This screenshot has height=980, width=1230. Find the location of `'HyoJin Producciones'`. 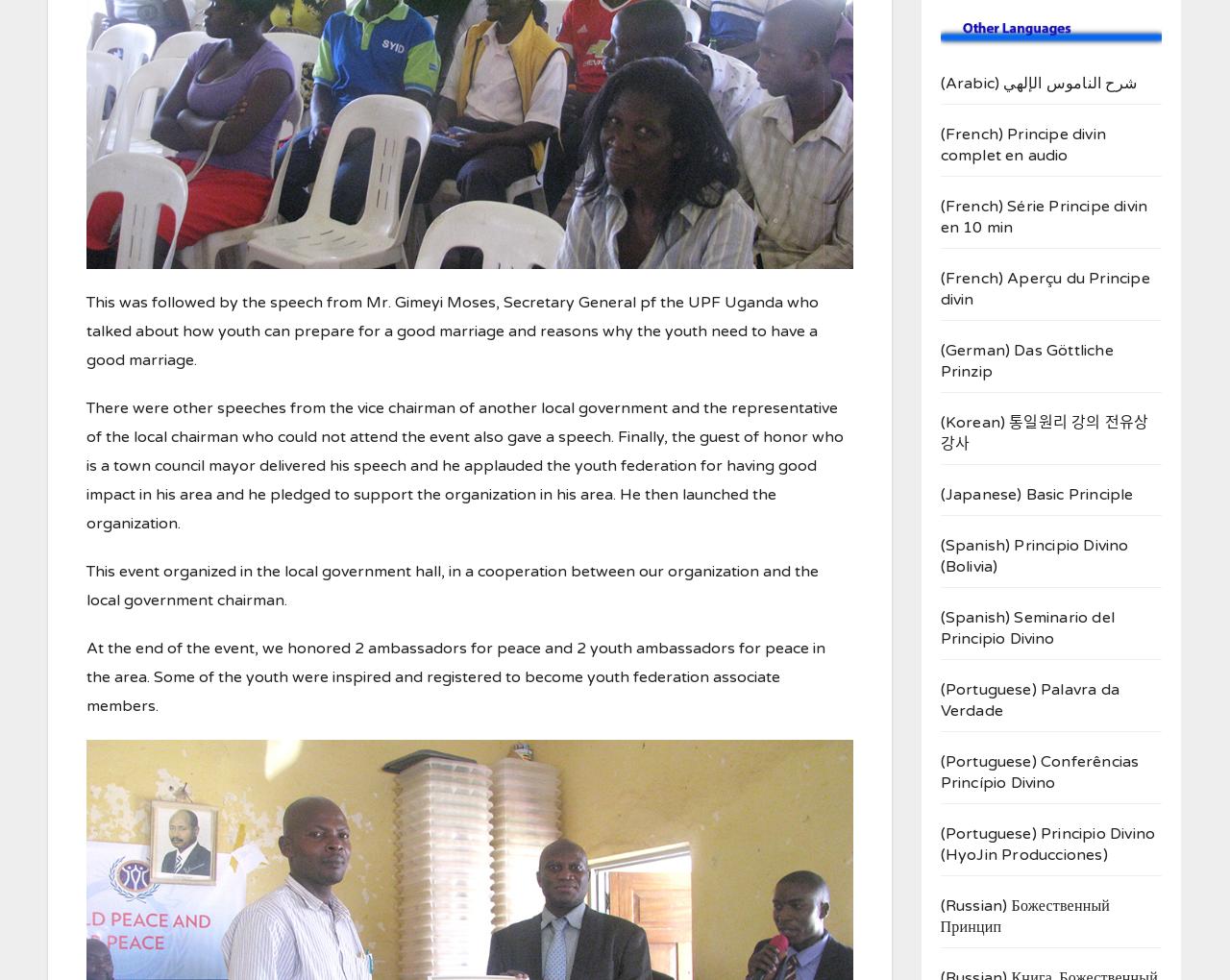

'HyoJin Producciones' is located at coordinates (945, 853).